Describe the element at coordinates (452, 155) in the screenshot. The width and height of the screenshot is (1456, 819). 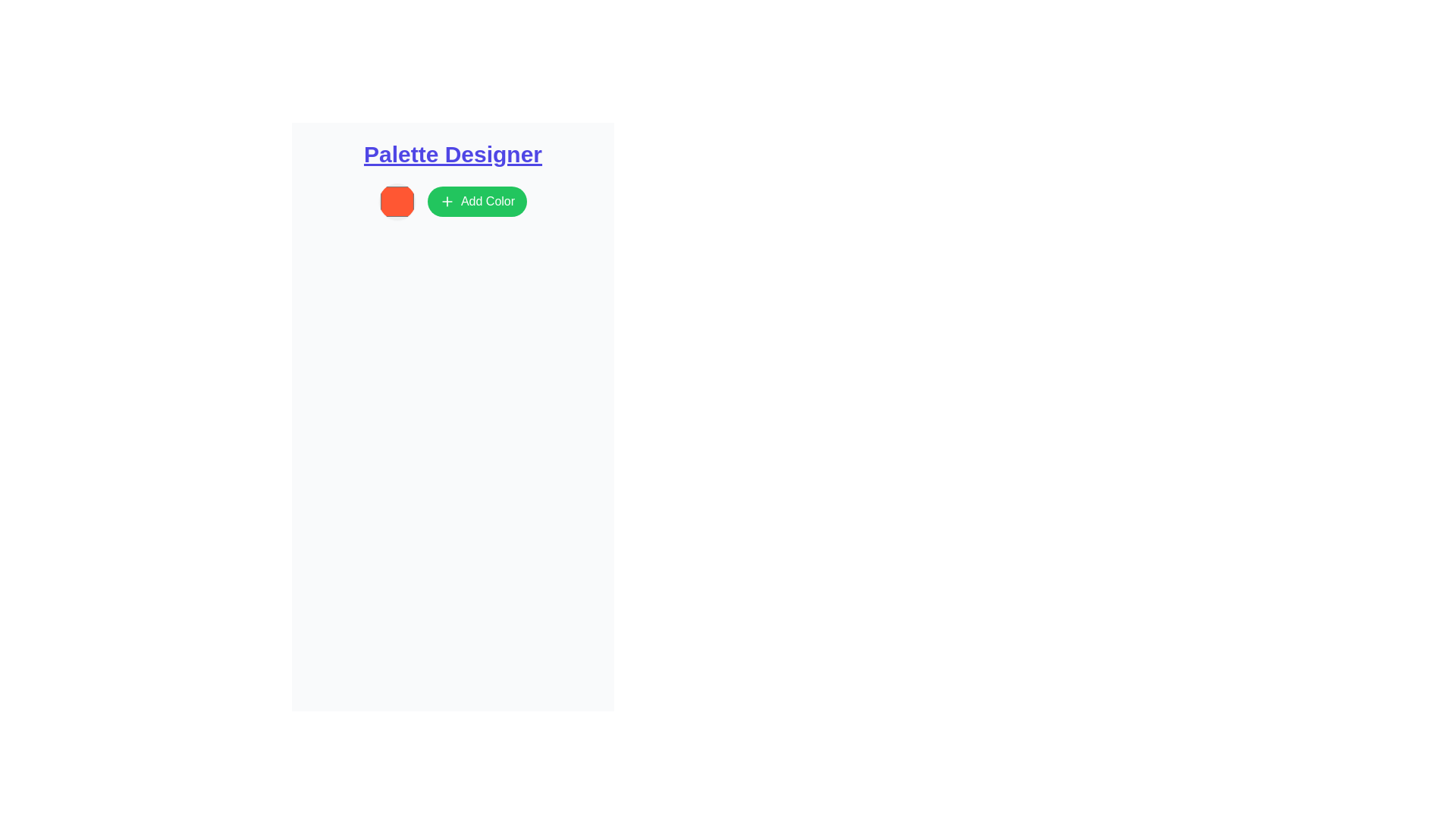
I see `the bold, large-sized header text 'Palette Designer' styled with an underline and displayed in indigo color, located at the top of the light gray interface` at that location.